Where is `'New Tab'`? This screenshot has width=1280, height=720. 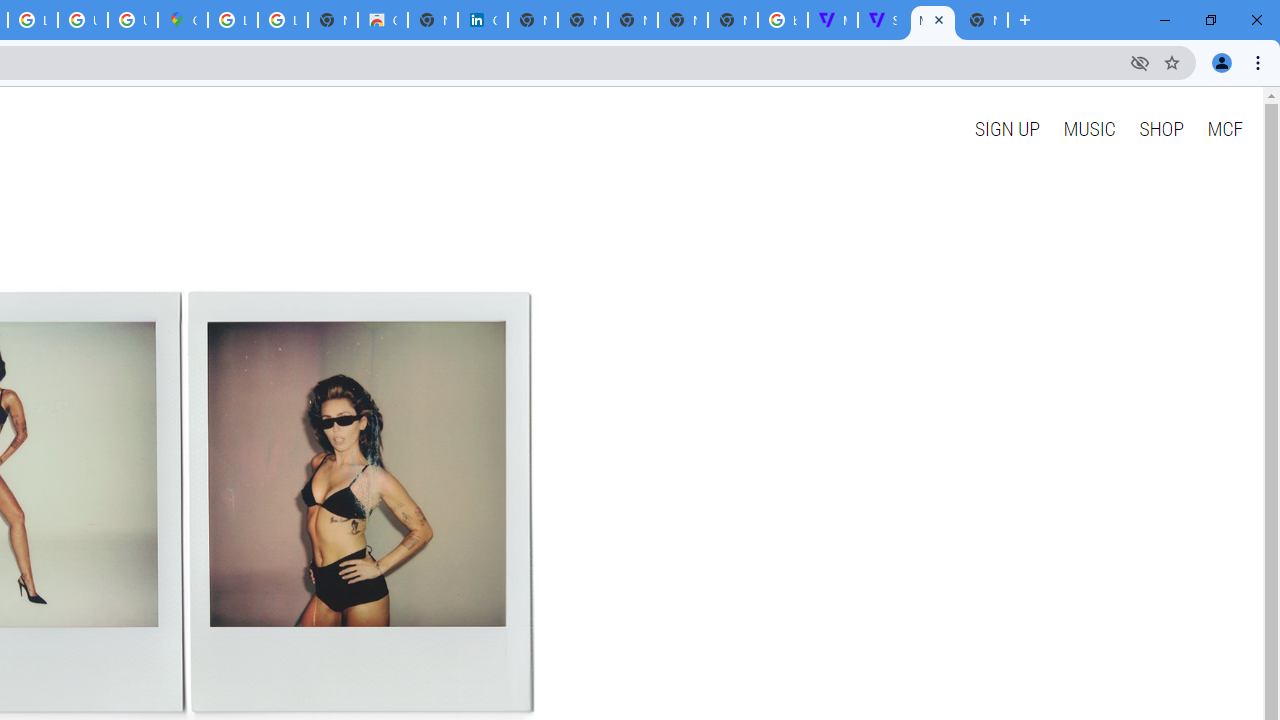
'New Tab' is located at coordinates (983, 20).